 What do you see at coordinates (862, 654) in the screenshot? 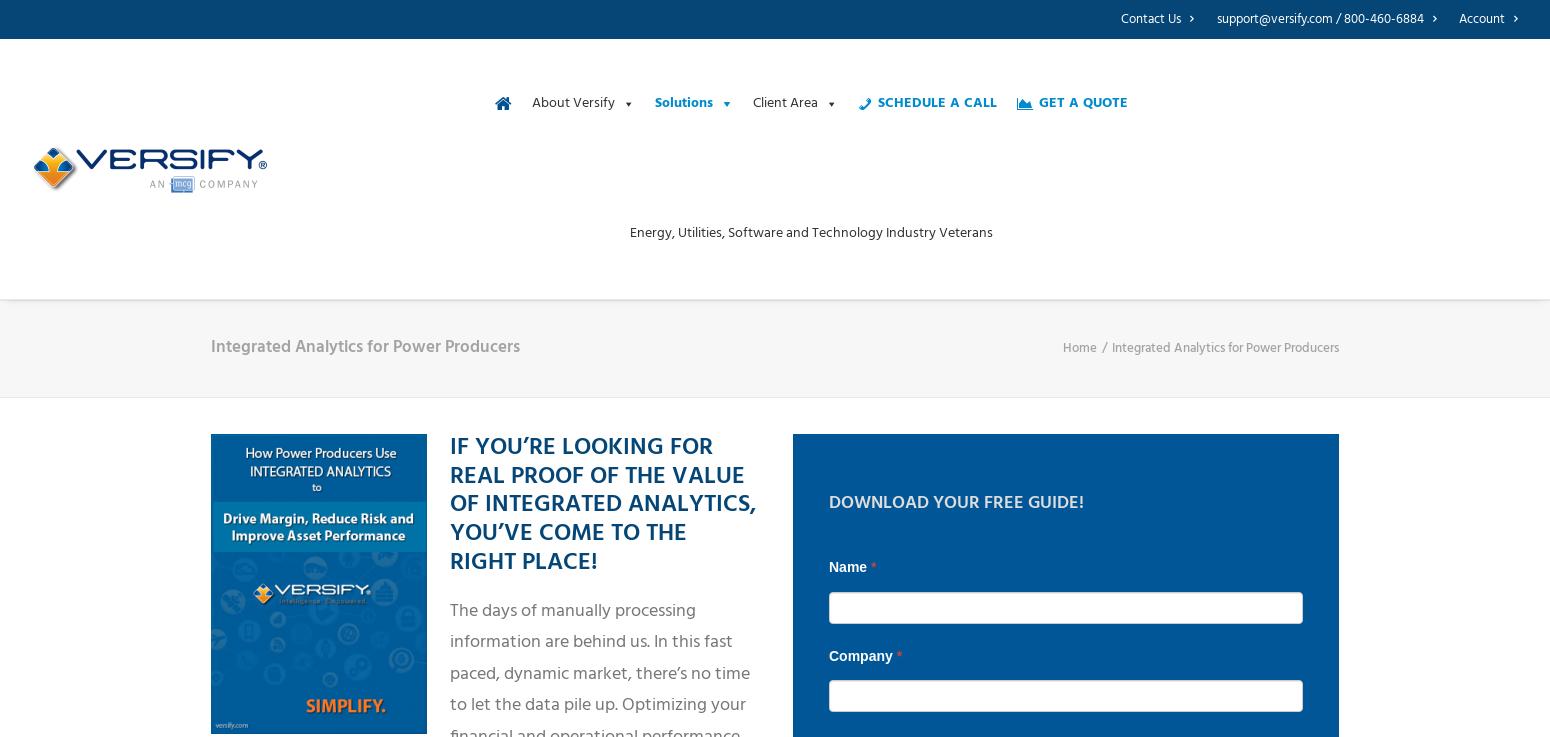
I see `'Company'` at bounding box center [862, 654].